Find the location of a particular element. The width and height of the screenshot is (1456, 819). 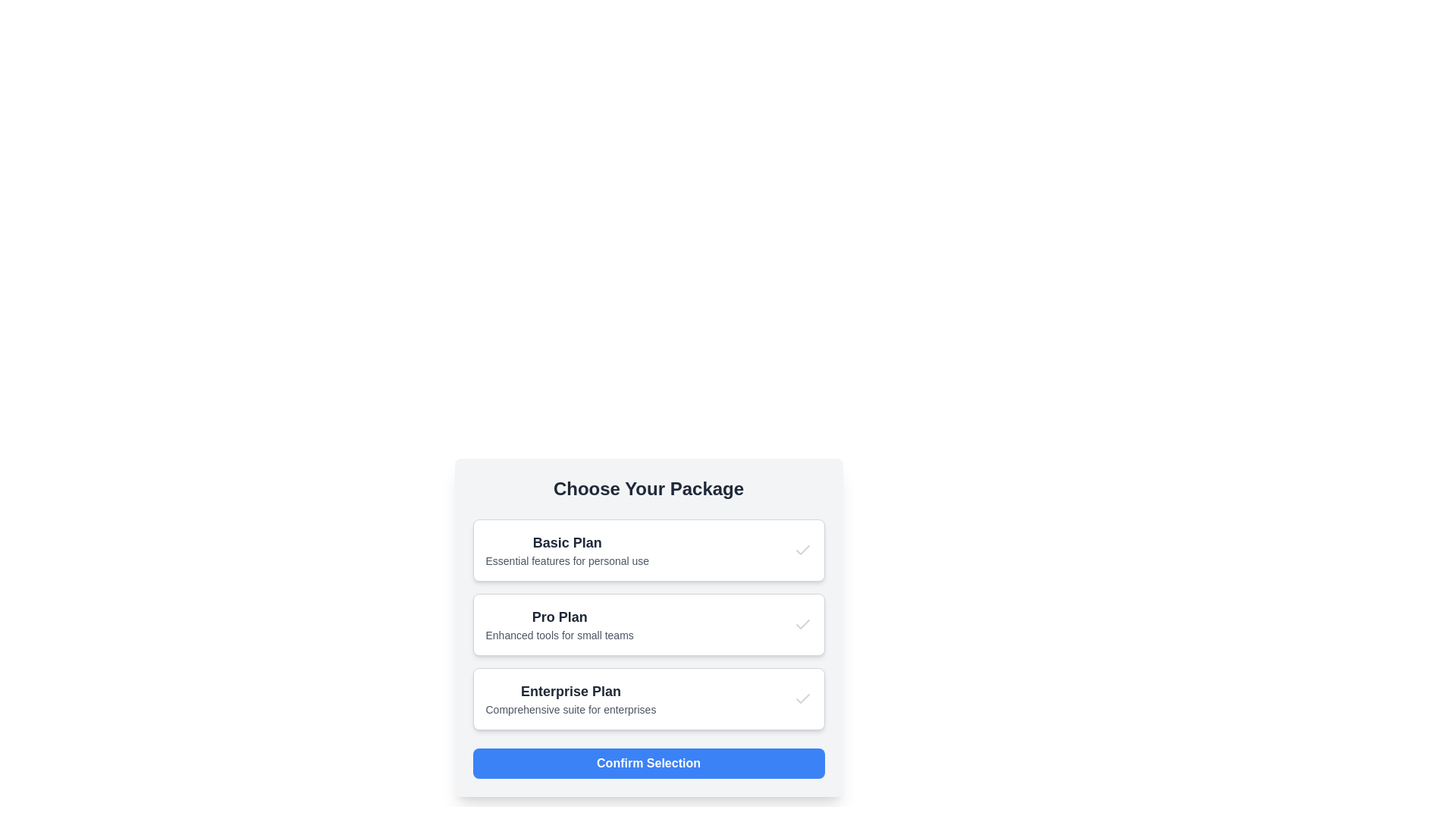

the 'Pro Plan' text label that acts as a header for the plan type, which is centrally aligned above the subtitle in the second selectable option of the plan offerings dialog box is located at coordinates (559, 617).